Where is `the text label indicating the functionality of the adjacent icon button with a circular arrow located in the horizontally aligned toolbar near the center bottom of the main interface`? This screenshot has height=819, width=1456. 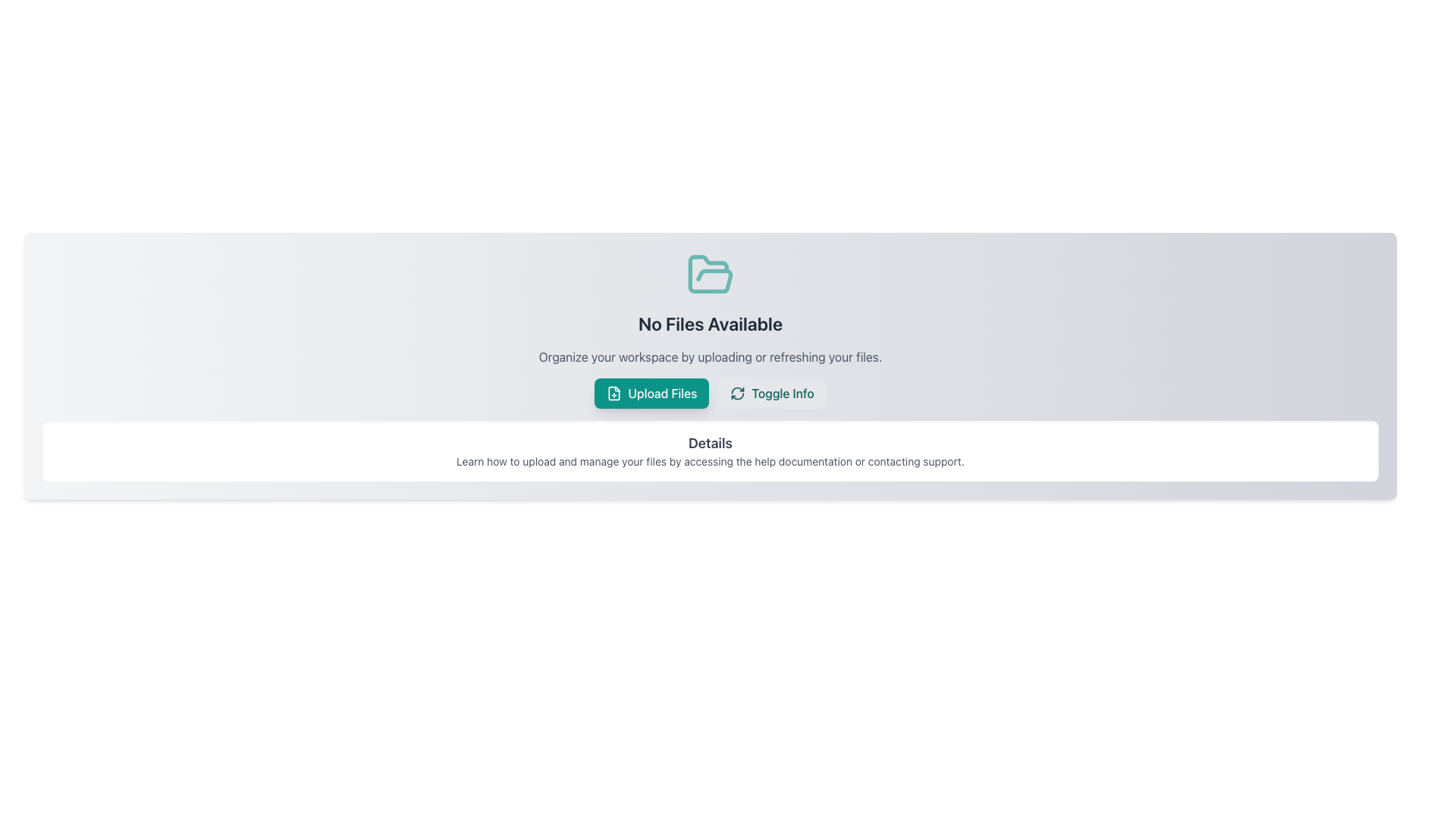 the text label indicating the functionality of the adjacent icon button with a circular arrow located in the horizontally aligned toolbar near the center bottom of the main interface is located at coordinates (783, 393).